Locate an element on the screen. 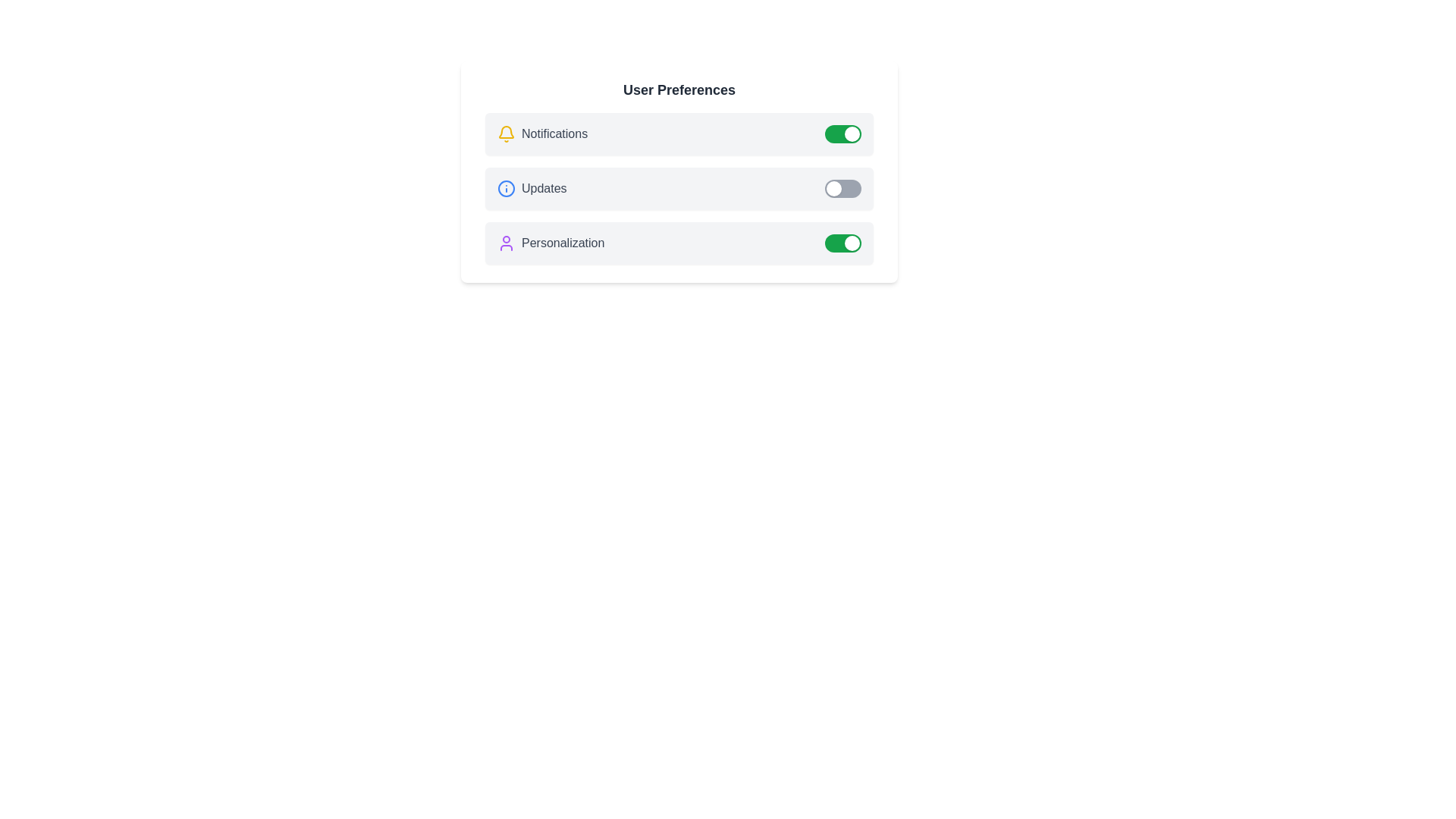 The height and width of the screenshot is (819, 1456). the icon representing Updates is located at coordinates (506, 188).